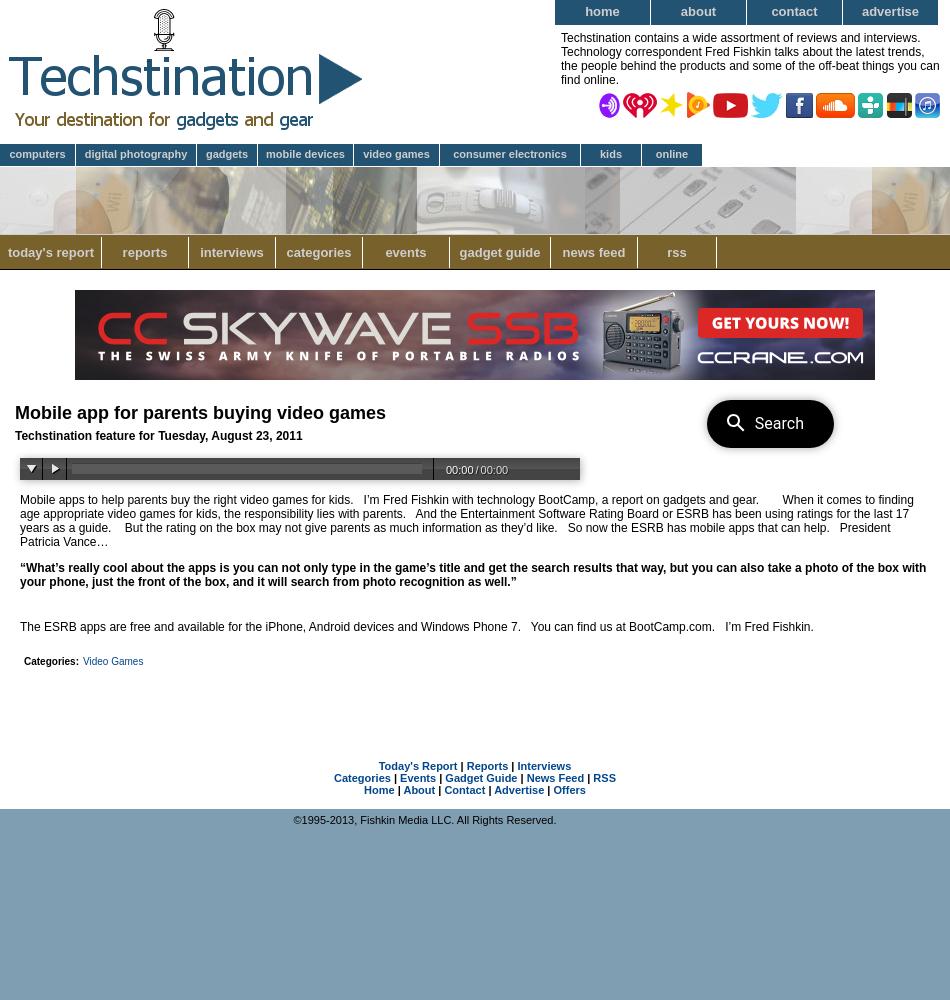 The width and height of the screenshot is (950, 1000). I want to click on 'Mobile app for parents buying video games', so click(15, 413).